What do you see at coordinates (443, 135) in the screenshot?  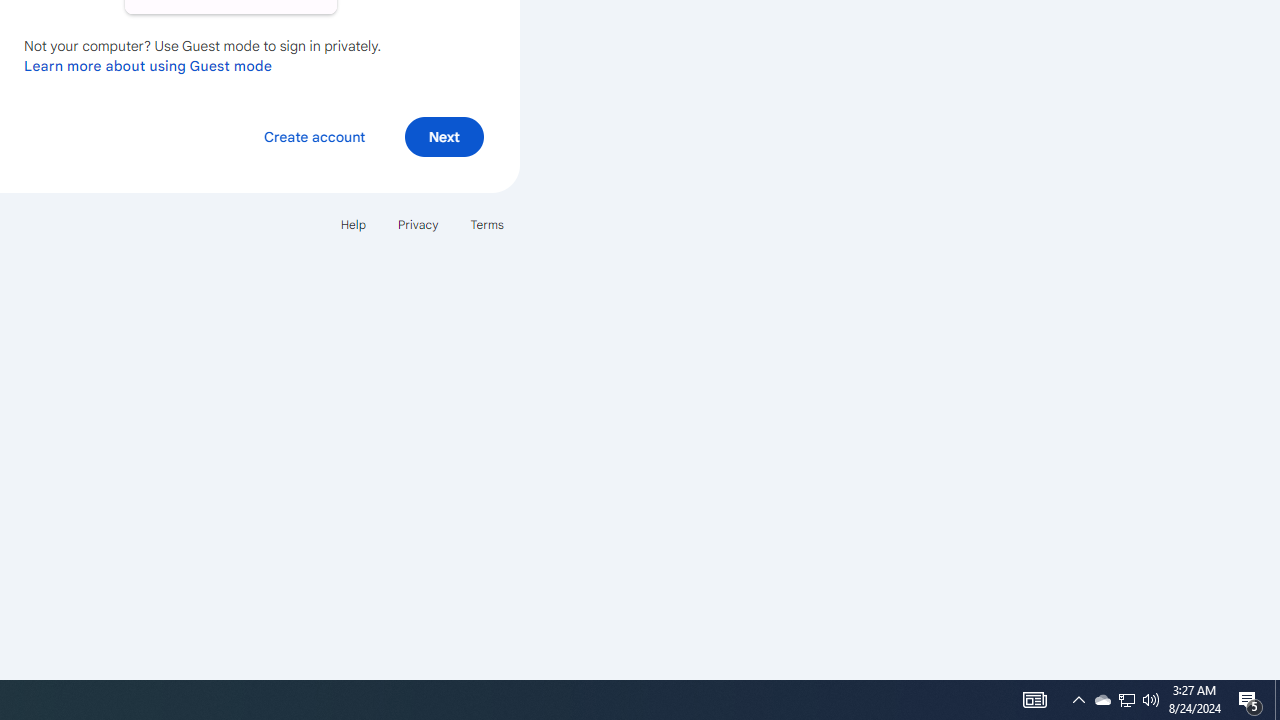 I see `'Next'` at bounding box center [443, 135].